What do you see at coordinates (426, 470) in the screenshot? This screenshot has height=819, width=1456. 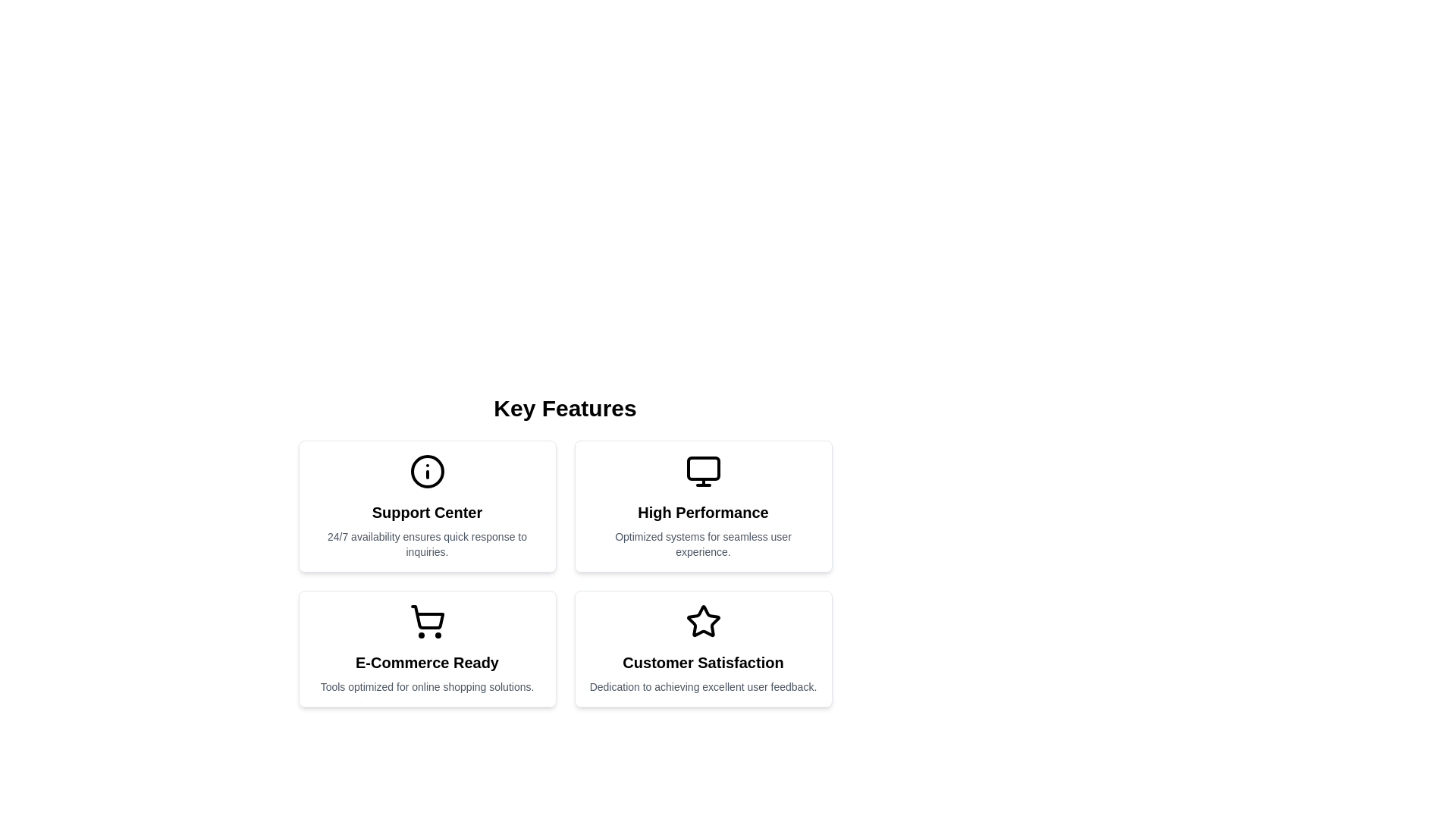 I see `the information icon positioned above the 'Support Center' label, located in the upper-left quadrant beneath the 'Key Features' headline` at bounding box center [426, 470].